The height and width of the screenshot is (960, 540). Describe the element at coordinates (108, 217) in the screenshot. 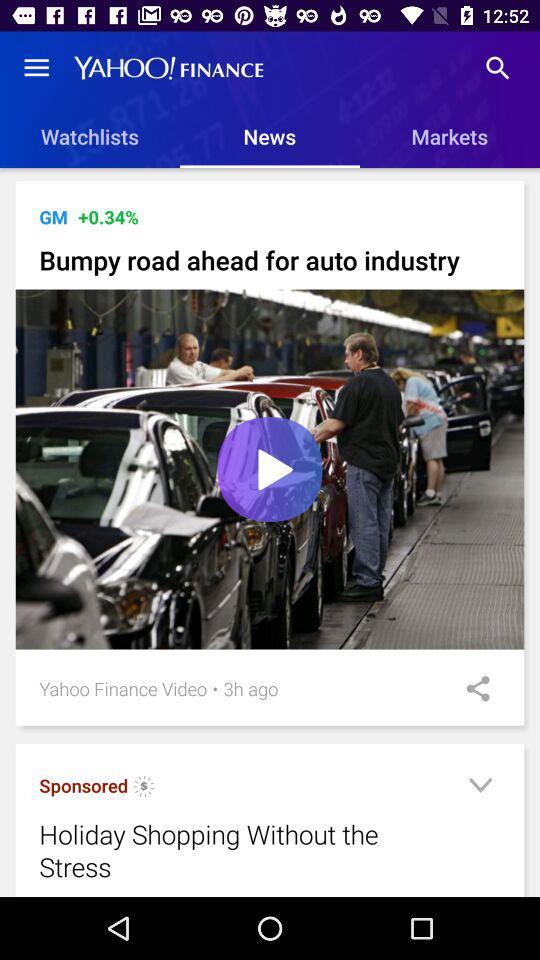

I see `+0.34%` at that location.